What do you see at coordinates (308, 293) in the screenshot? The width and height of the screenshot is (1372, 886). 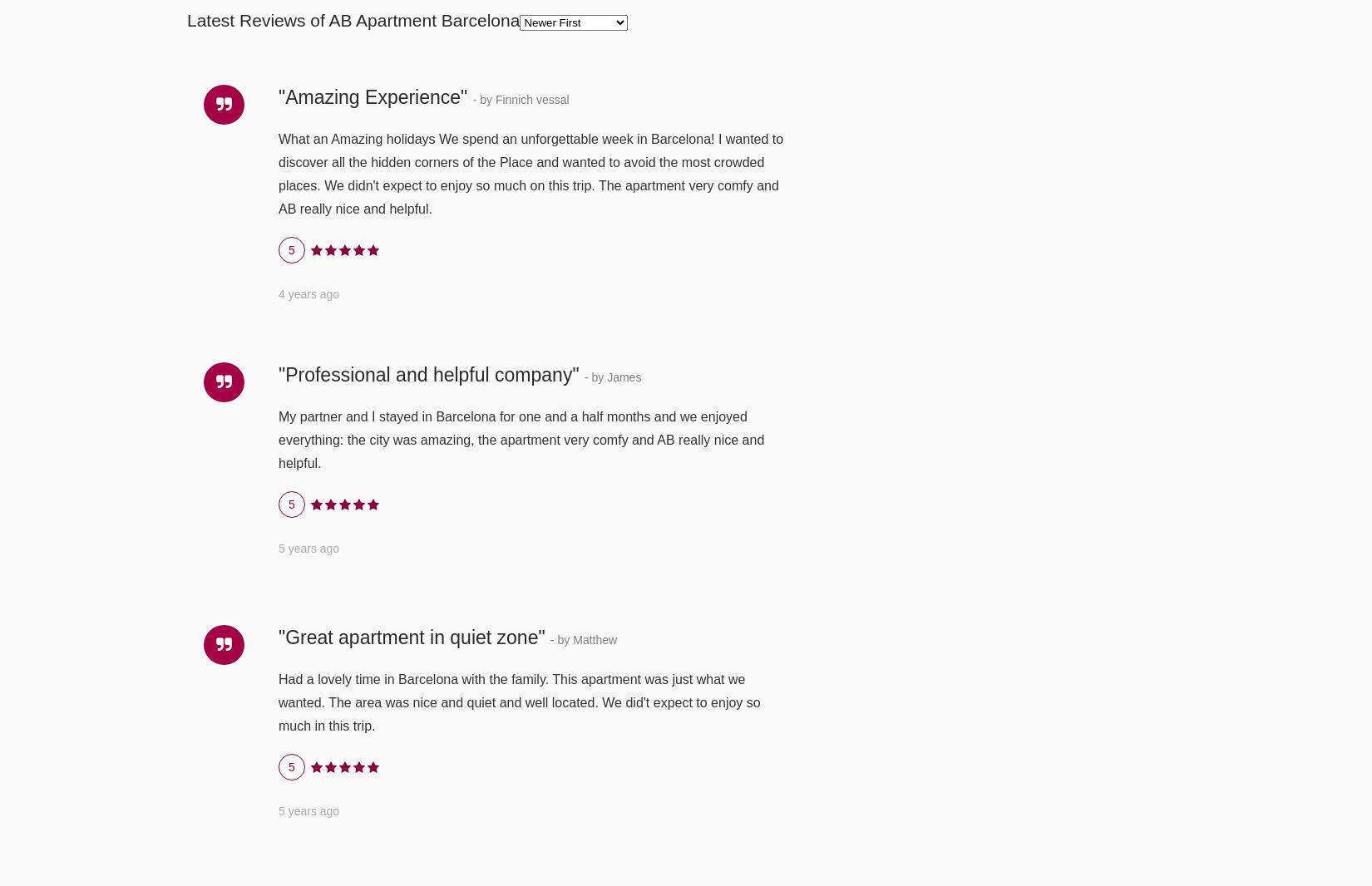 I see `'4 years ago'` at bounding box center [308, 293].